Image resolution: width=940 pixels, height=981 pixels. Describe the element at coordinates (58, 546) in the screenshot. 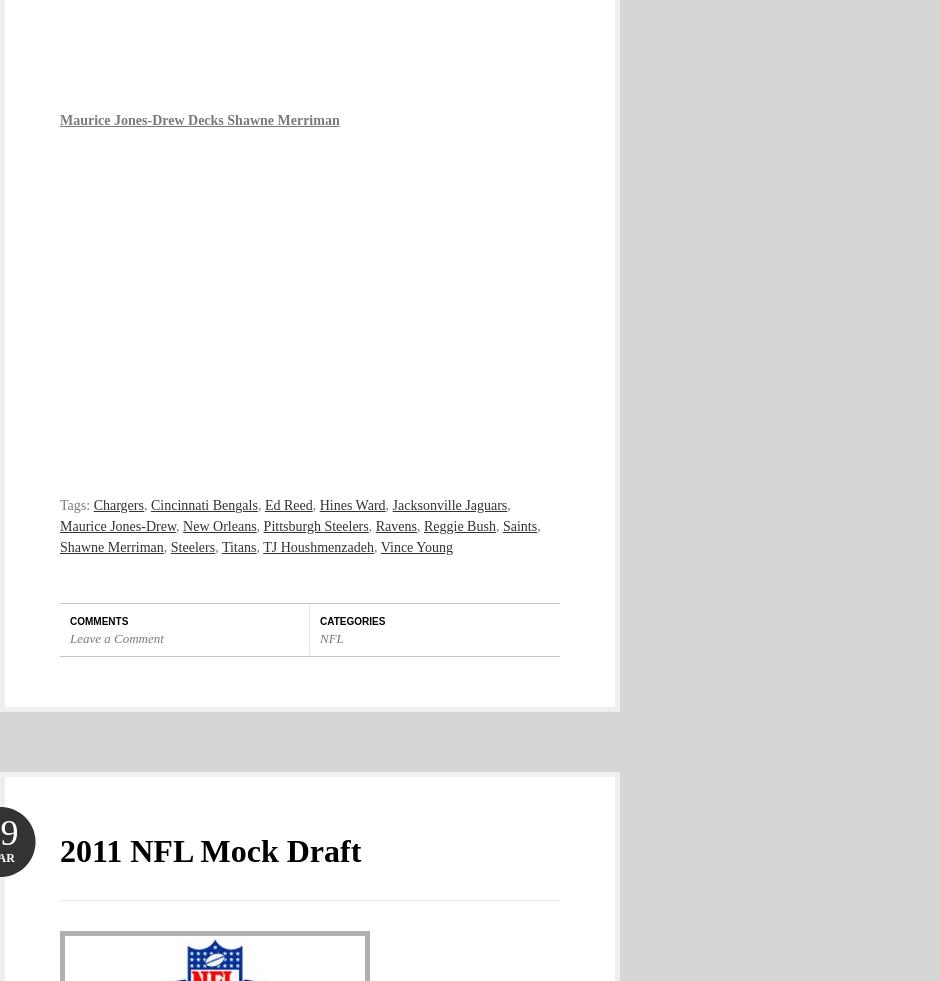

I see `'Shawne Merriman'` at that location.